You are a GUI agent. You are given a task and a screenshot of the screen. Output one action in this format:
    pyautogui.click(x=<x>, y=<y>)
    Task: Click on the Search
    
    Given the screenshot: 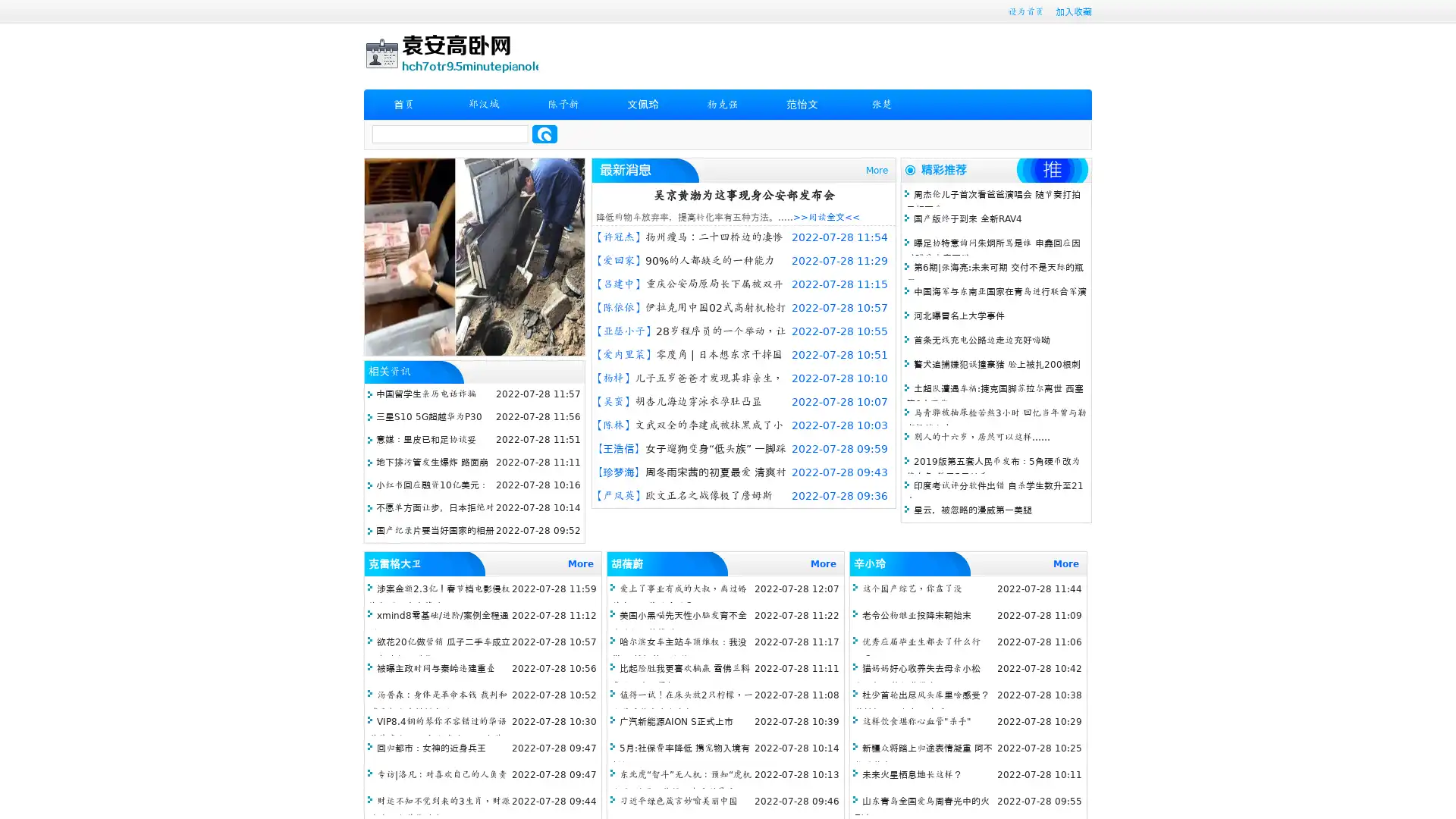 What is the action you would take?
    pyautogui.click(x=544, y=133)
    